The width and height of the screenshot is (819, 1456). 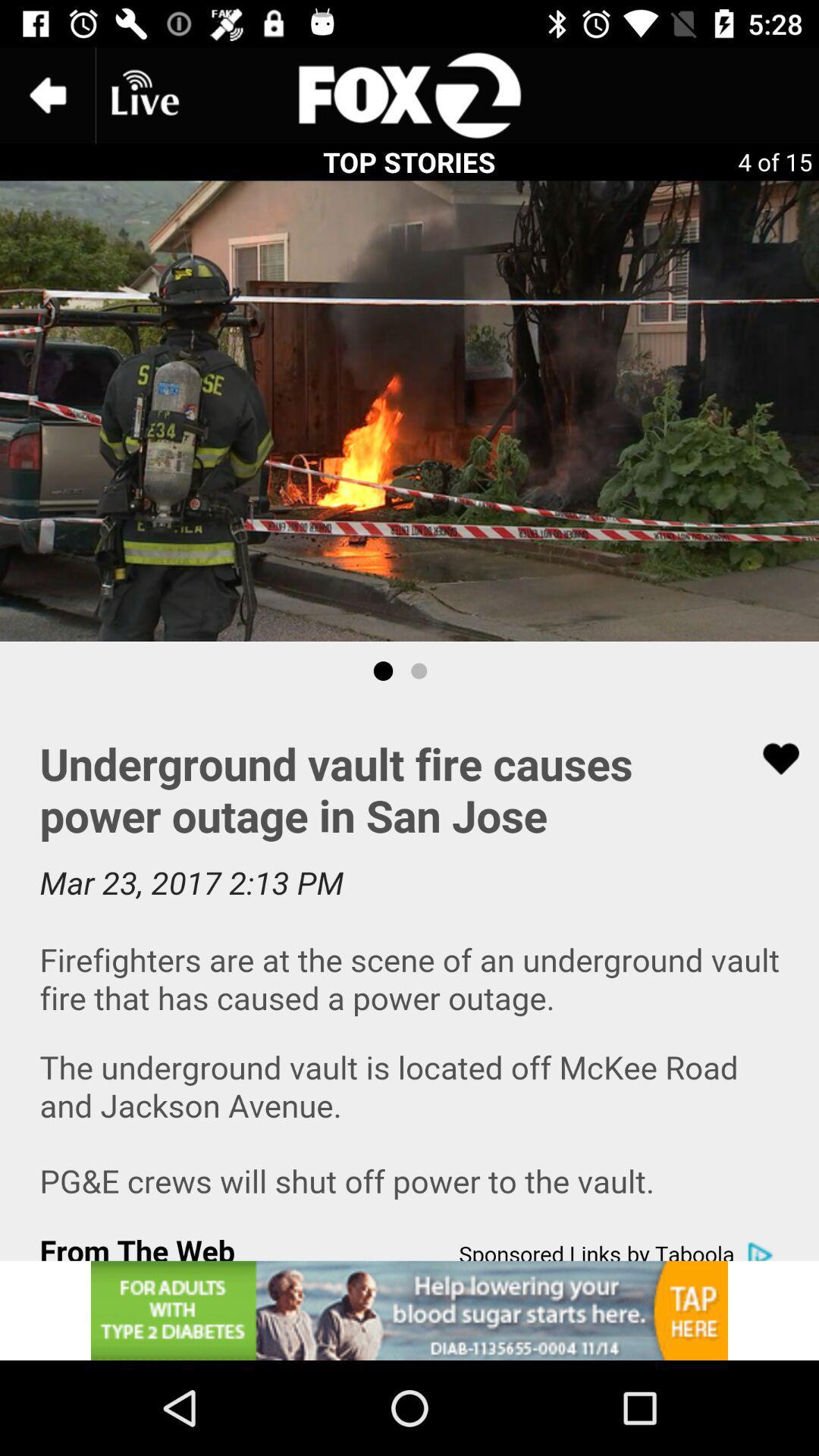 What do you see at coordinates (409, 1310) in the screenshot?
I see `the option` at bounding box center [409, 1310].